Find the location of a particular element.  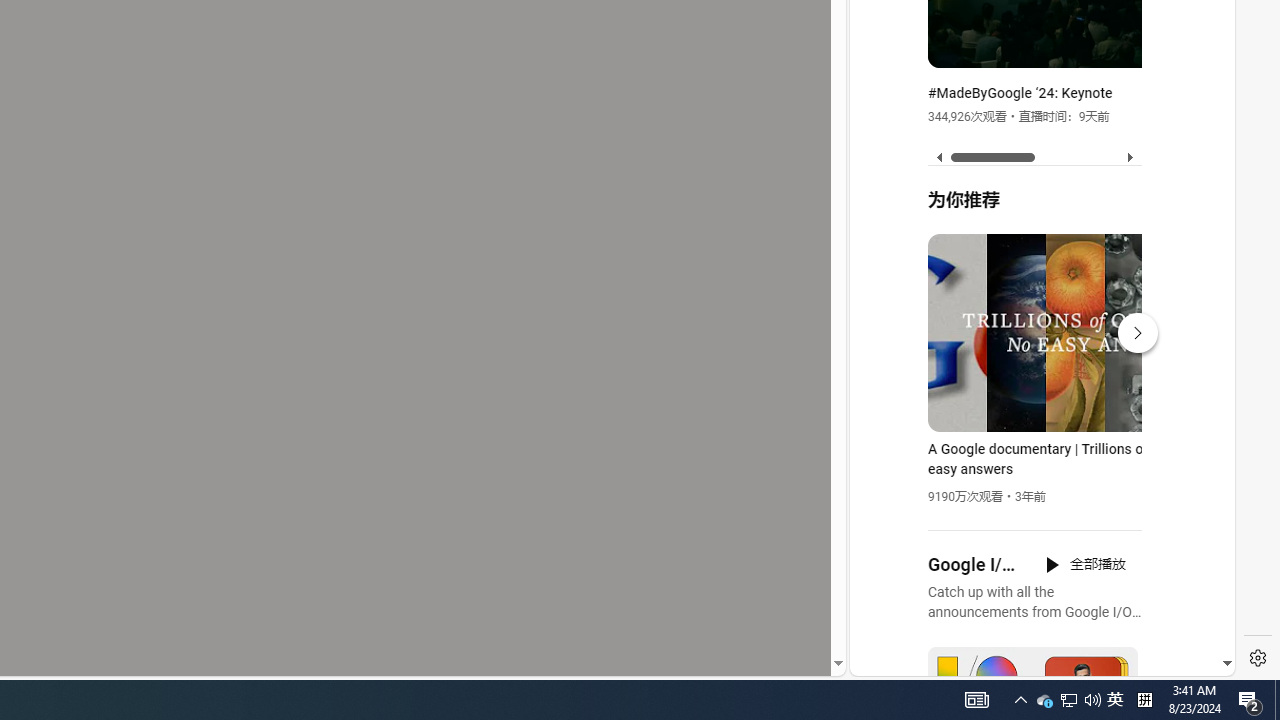

'YouTube' is located at coordinates (1034, 431).